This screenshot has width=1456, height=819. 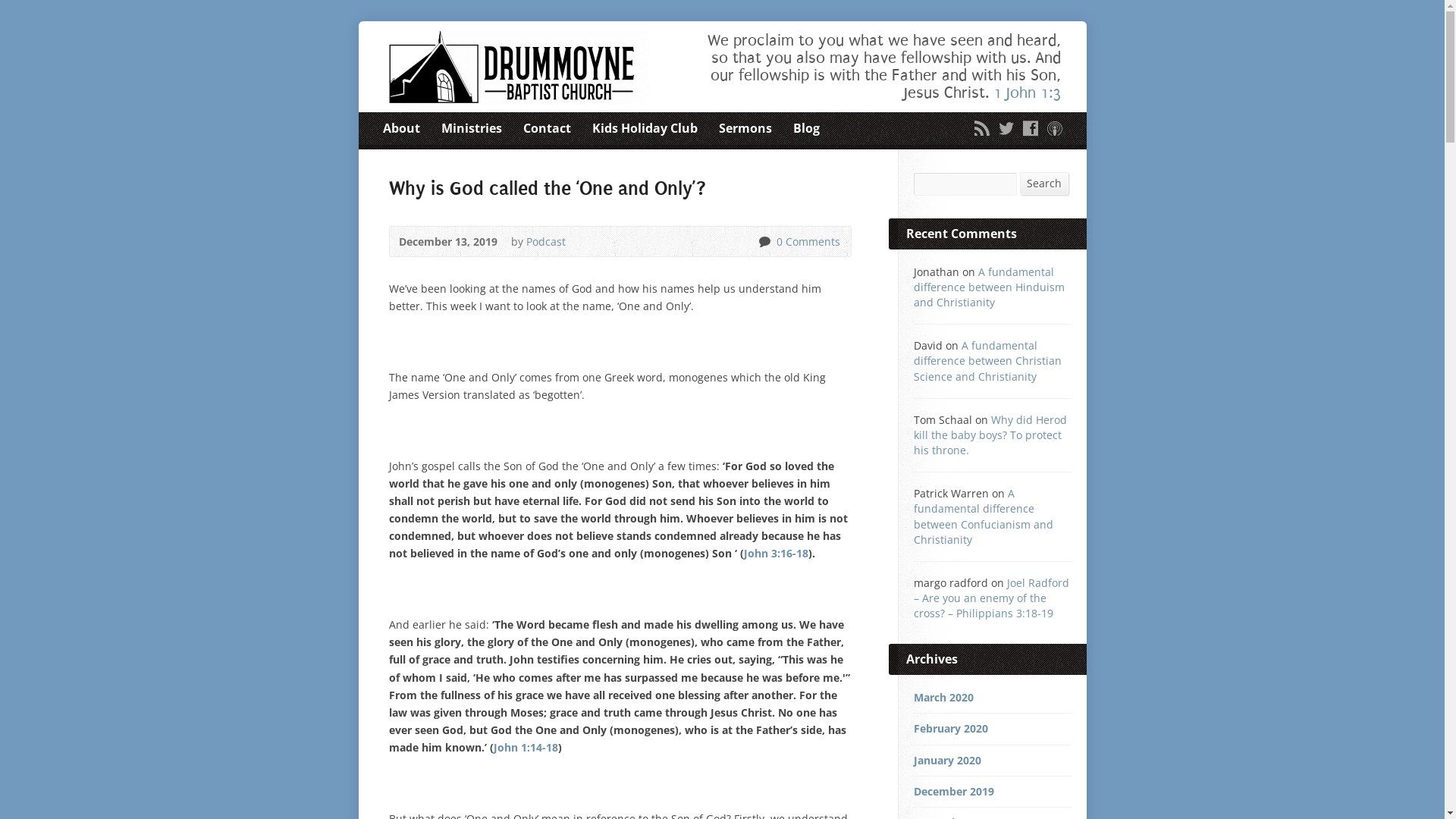 I want to click on 'About', so click(x=400, y=127).